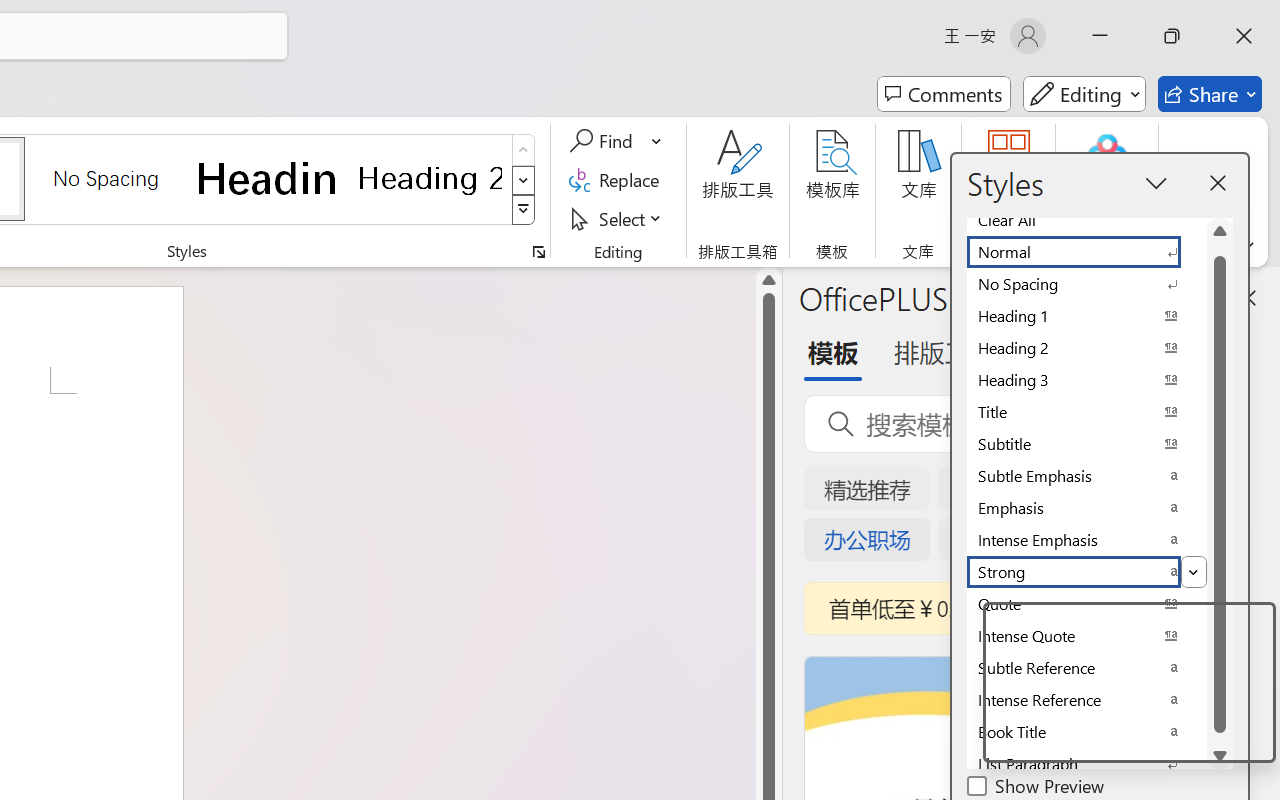 The image size is (1280, 800). What do you see at coordinates (1085, 284) in the screenshot?
I see `'No Spacing'` at bounding box center [1085, 284].